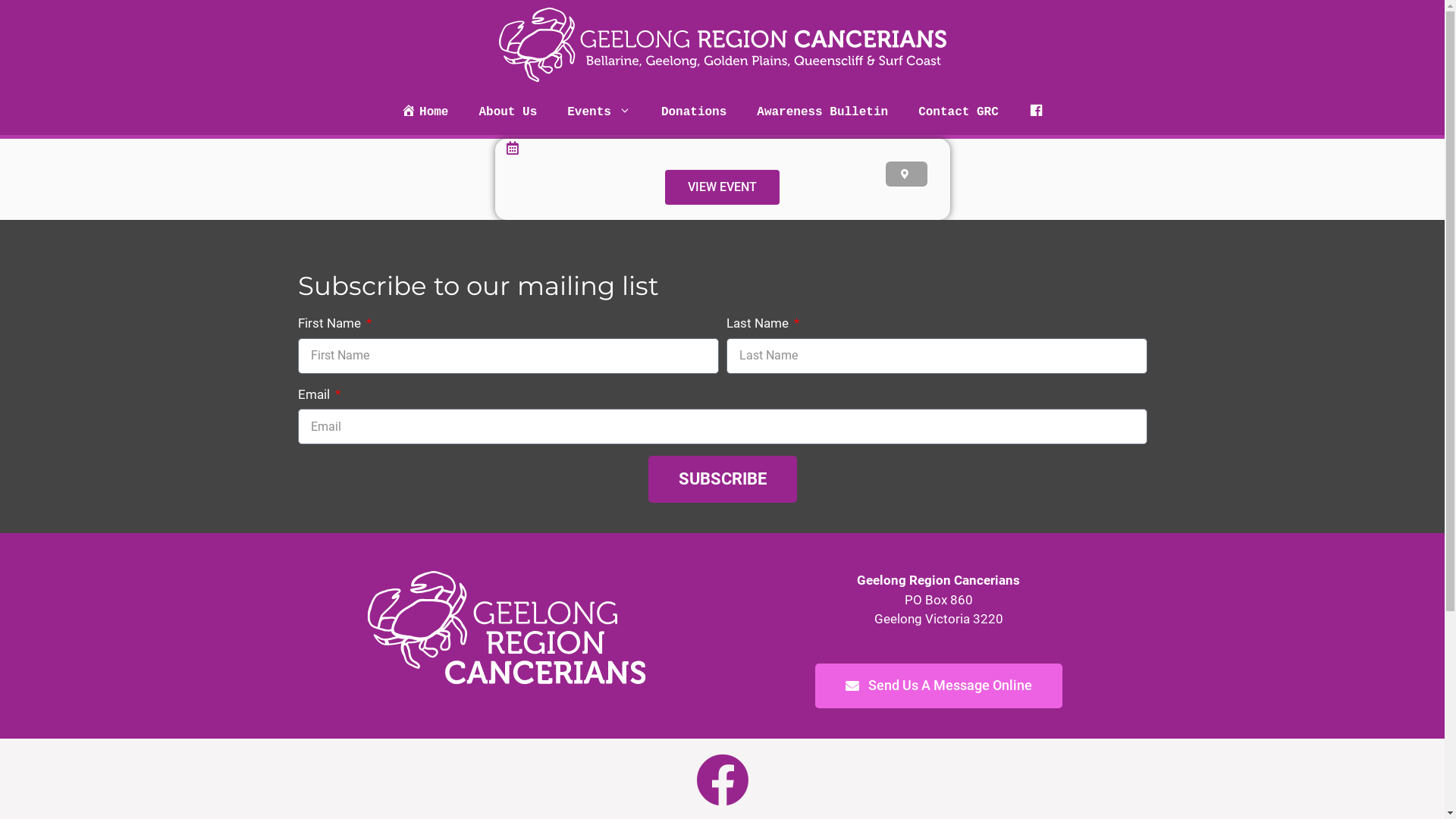 This screenshot has height=819, width=1456. Describe the element at coordinates (598, 111) in the screenshot. I see `'Events'` at that location.